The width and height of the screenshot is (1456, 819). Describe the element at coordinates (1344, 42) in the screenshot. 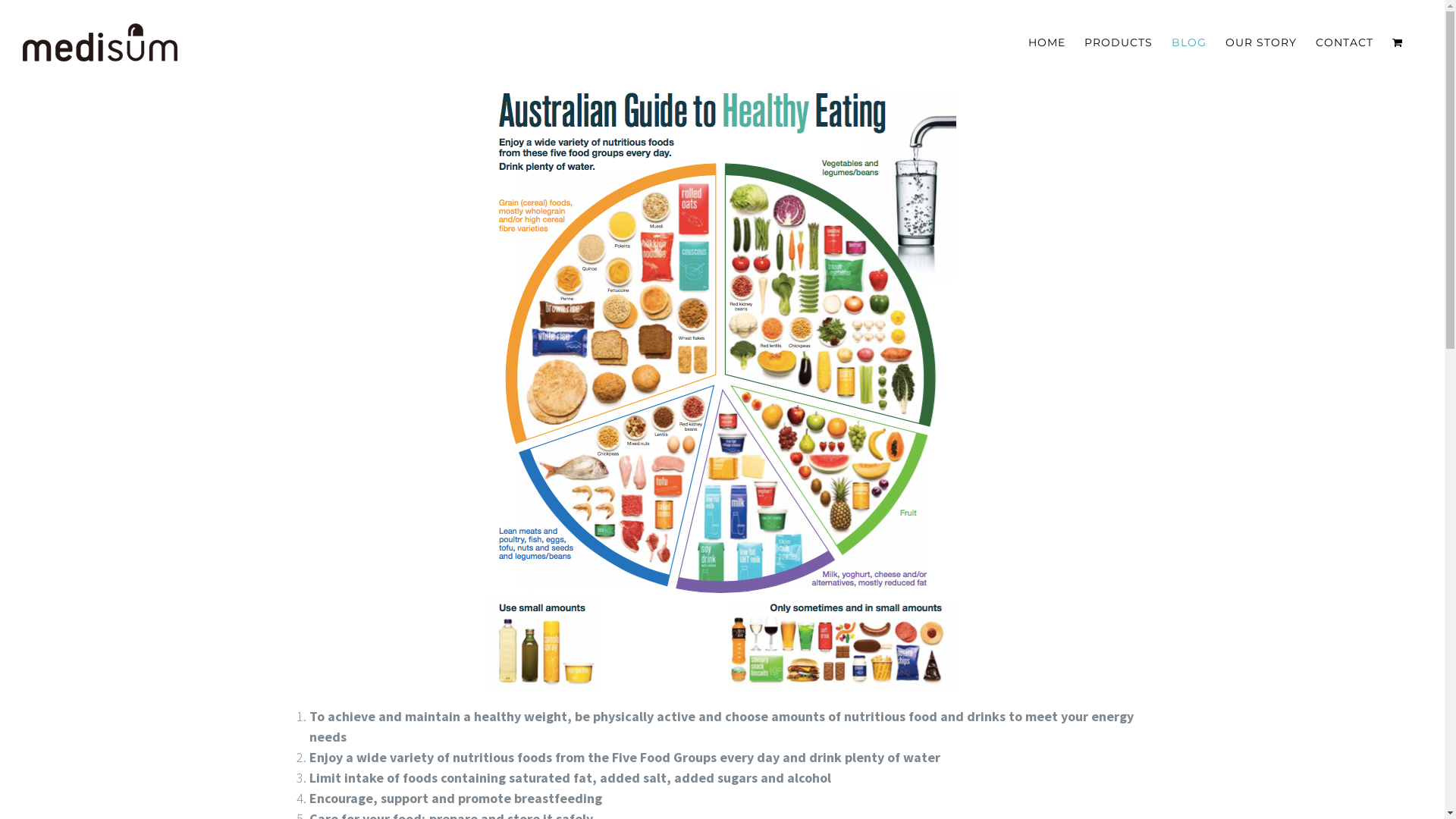

I see `'CONTACT'` at that location.